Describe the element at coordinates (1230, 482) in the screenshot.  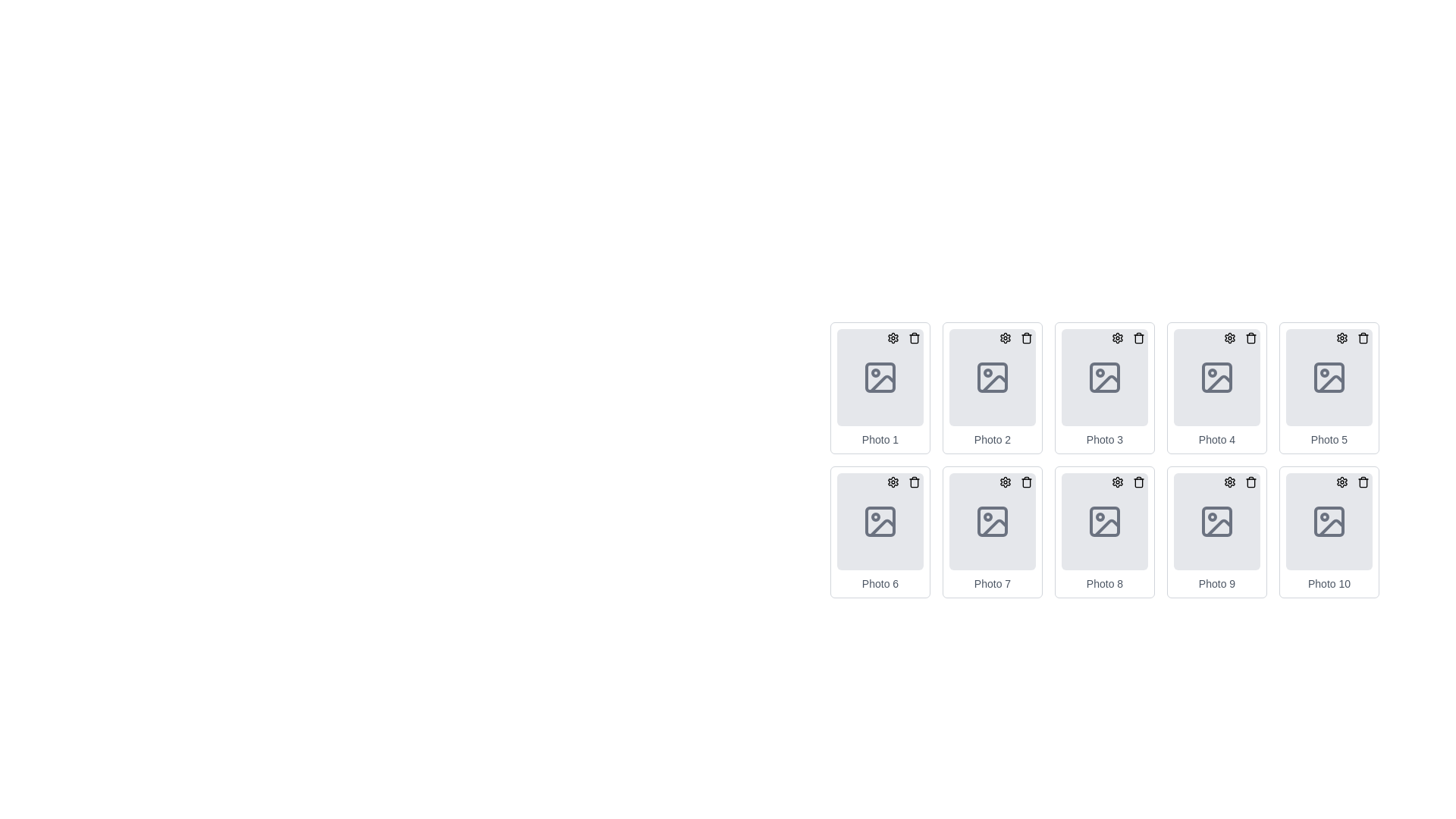
I see `the gear-shaped settings icon located at the top-left corner of the 'Photo 9' card` at that location.